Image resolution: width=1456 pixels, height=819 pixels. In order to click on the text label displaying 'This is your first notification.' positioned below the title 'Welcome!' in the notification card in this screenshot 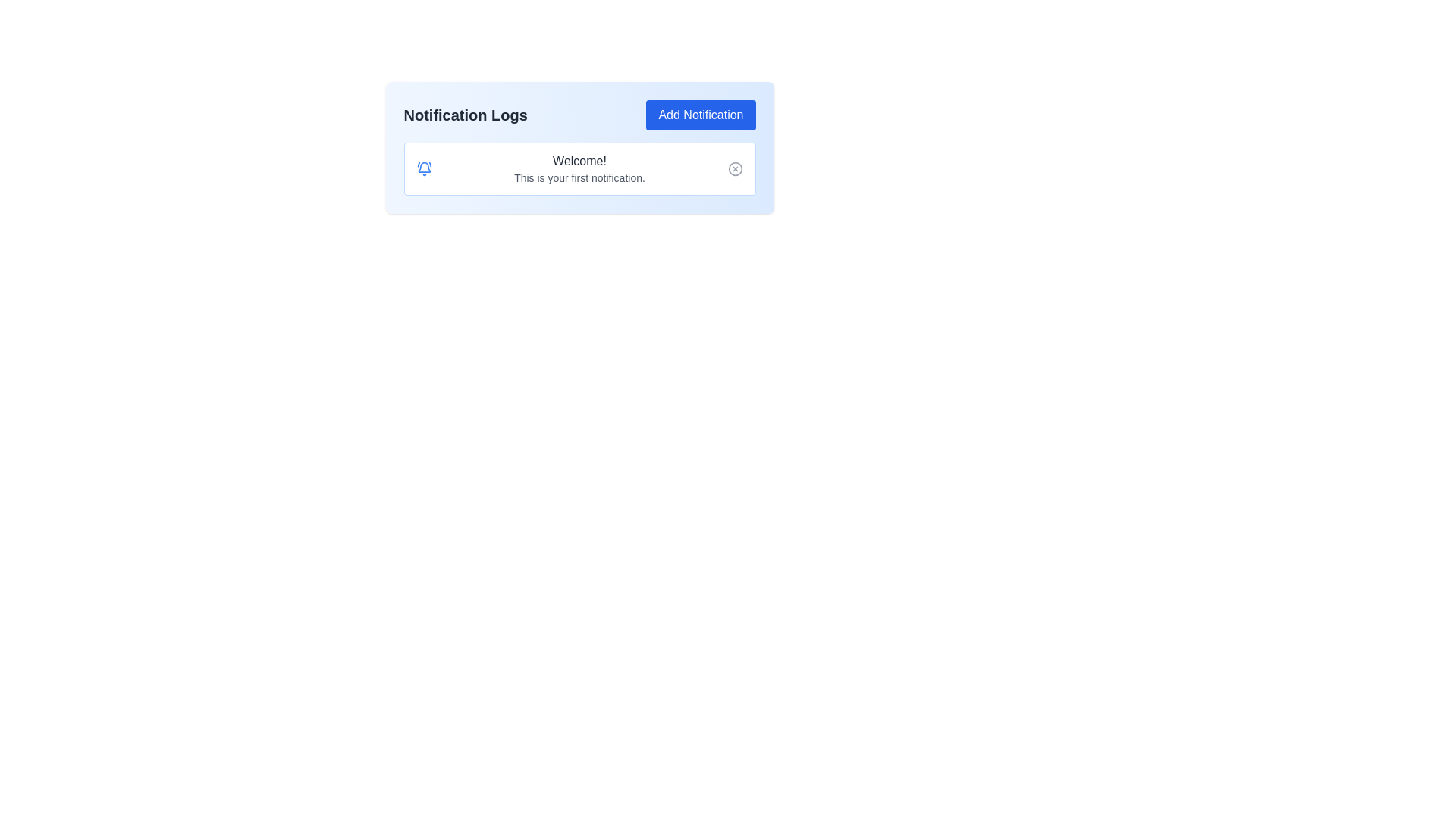, I will do `click(579, 177)`.